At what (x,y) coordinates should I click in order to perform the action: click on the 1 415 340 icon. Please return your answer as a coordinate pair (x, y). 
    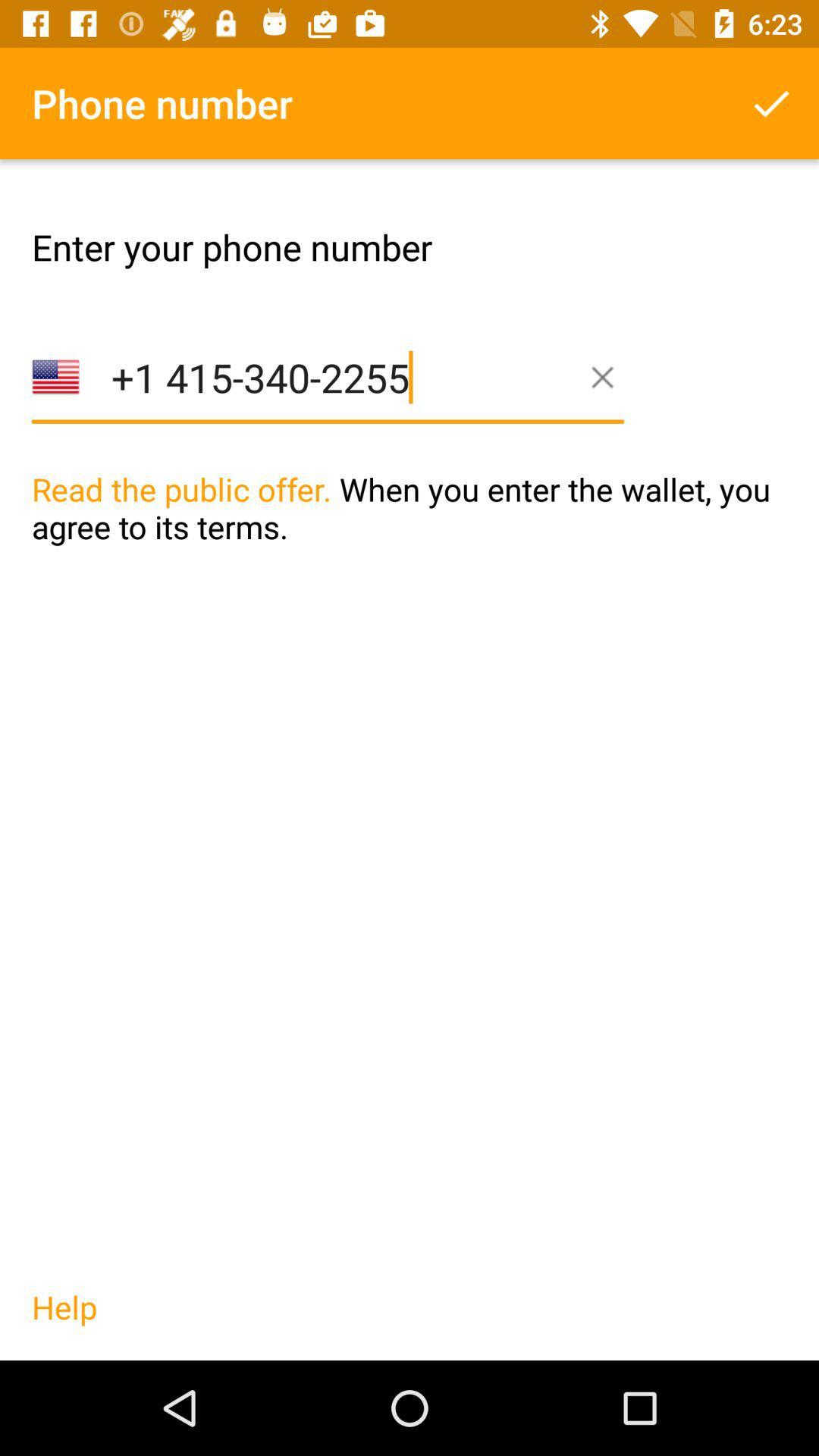
    Looking at the image, I should click on (327, 401).